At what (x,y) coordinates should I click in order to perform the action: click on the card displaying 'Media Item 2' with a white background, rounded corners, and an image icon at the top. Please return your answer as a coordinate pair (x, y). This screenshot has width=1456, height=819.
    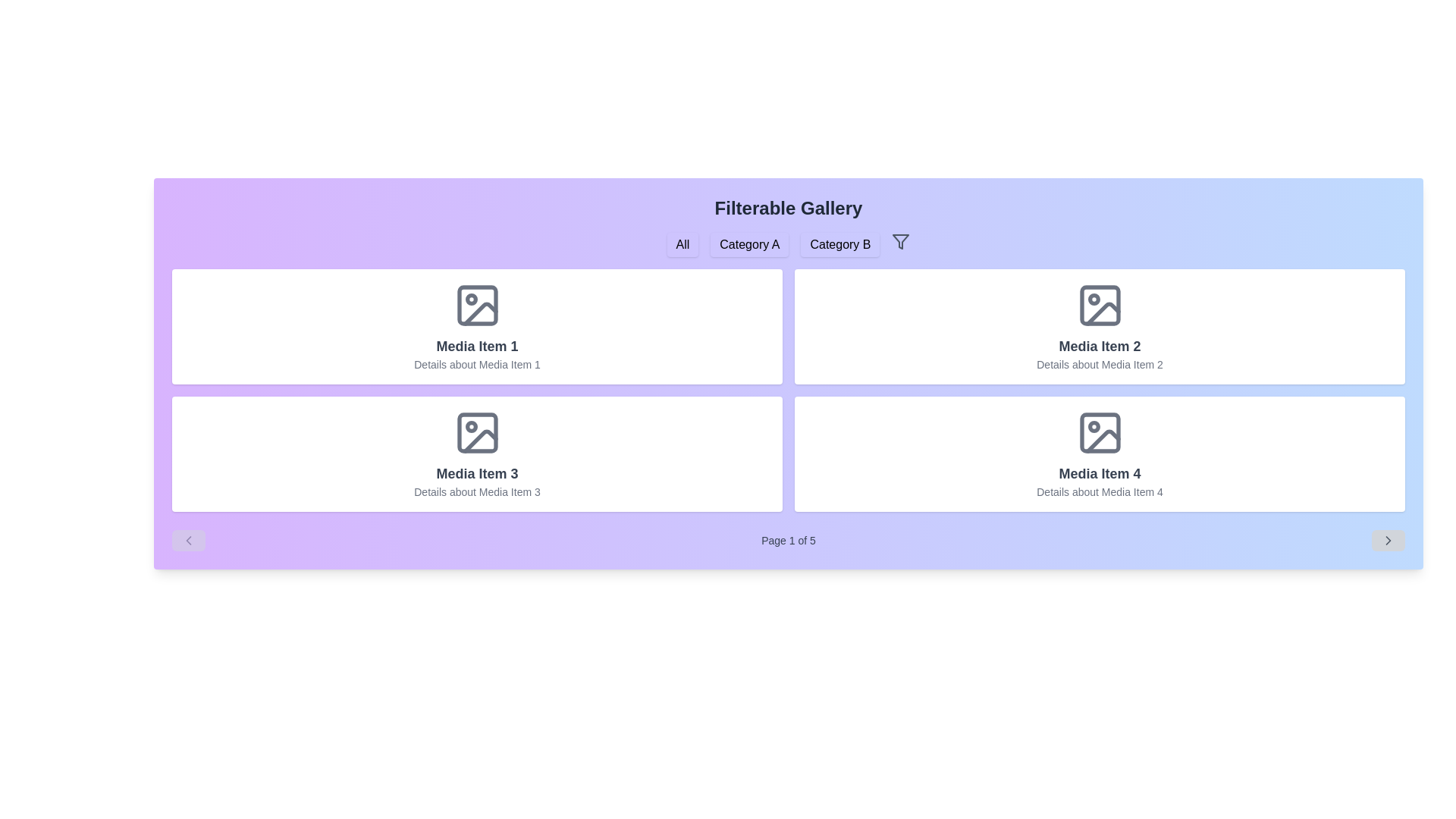
    Looking at the image, I should click on (1100, 326).